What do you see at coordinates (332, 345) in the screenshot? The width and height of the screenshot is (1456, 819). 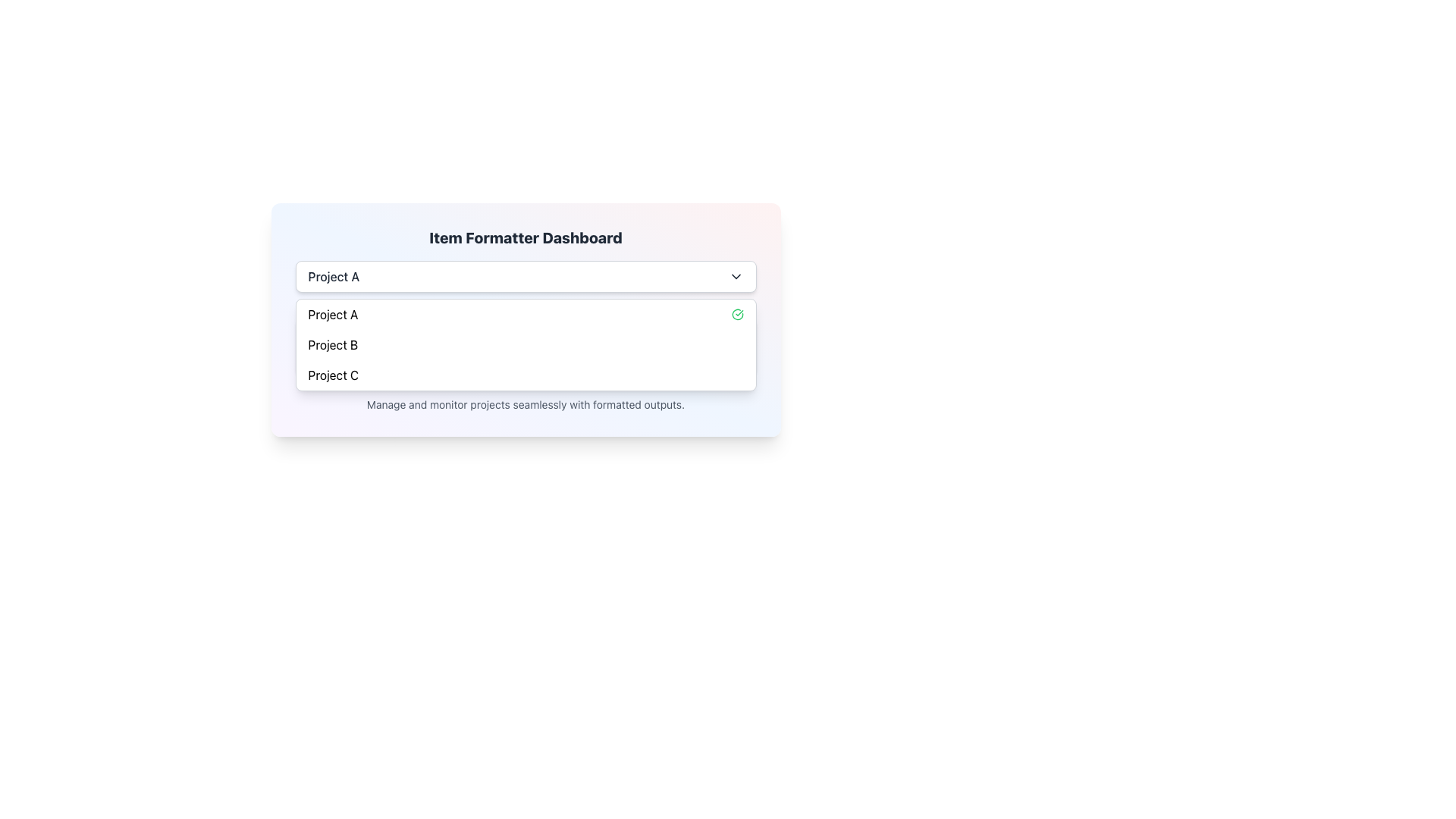 I see `the selectable dropdown list item labeled 'Project B'` at bounding box center [332, 345].